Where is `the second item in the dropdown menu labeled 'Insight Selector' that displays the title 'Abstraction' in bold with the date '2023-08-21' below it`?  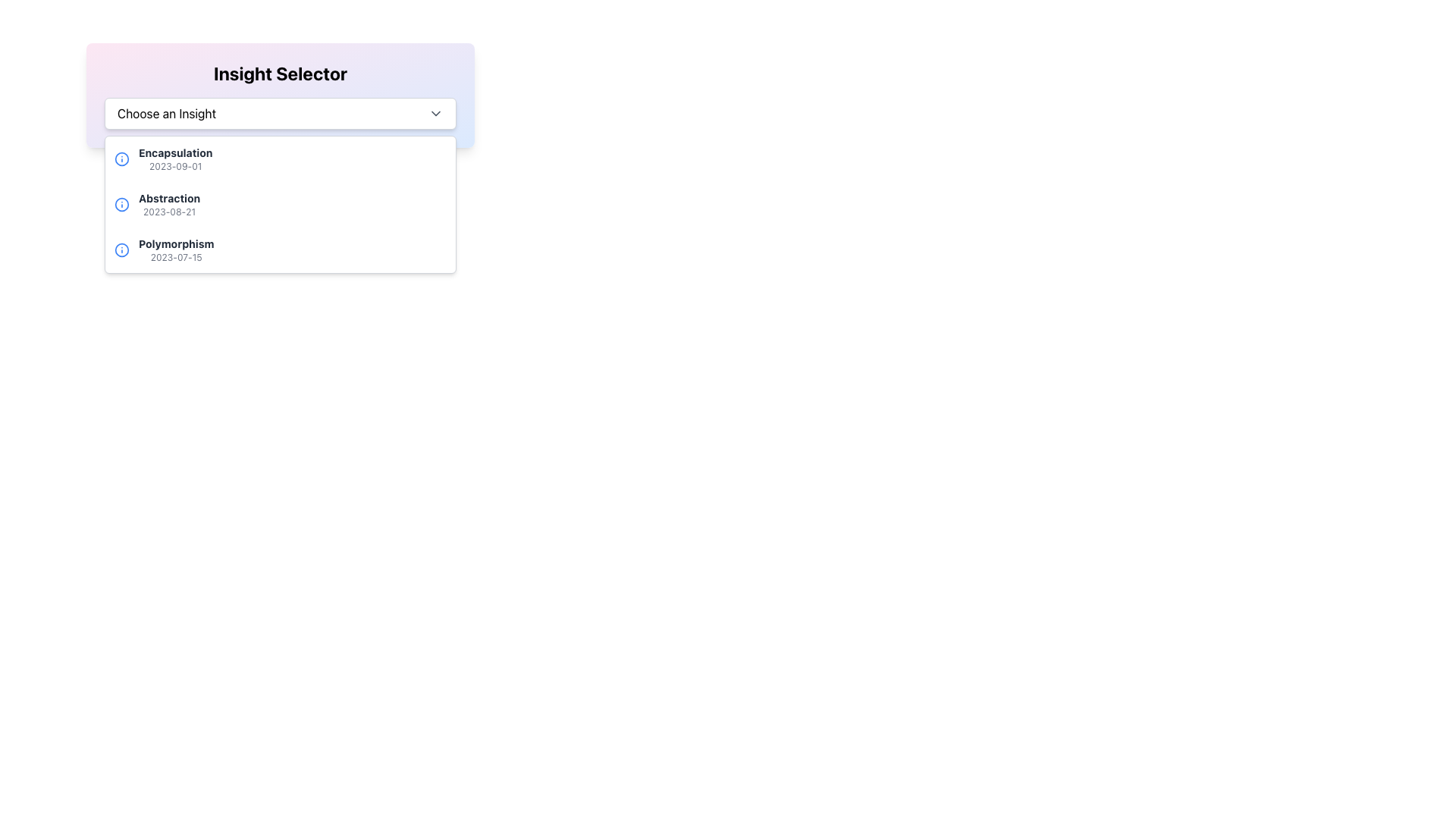
the second item in the dropdown menu labeled 'Insight Selector' that displays the title 'Abstraction' in bold with the date '2023-08-21' below it is located at coordinates (280, 205).